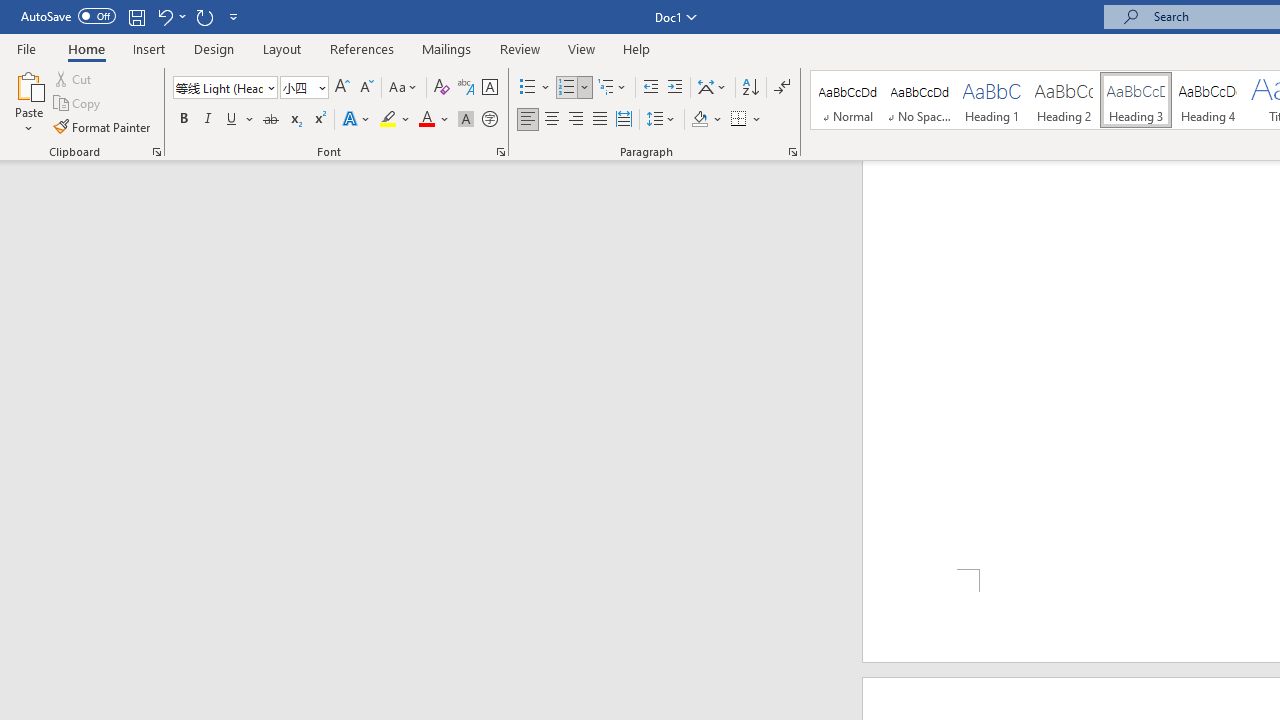 This screenshot has height=720, width=1280. Describe the element at coordinates (164, 16) in the screenshot. I see `'Undo Number Default'` at that location.